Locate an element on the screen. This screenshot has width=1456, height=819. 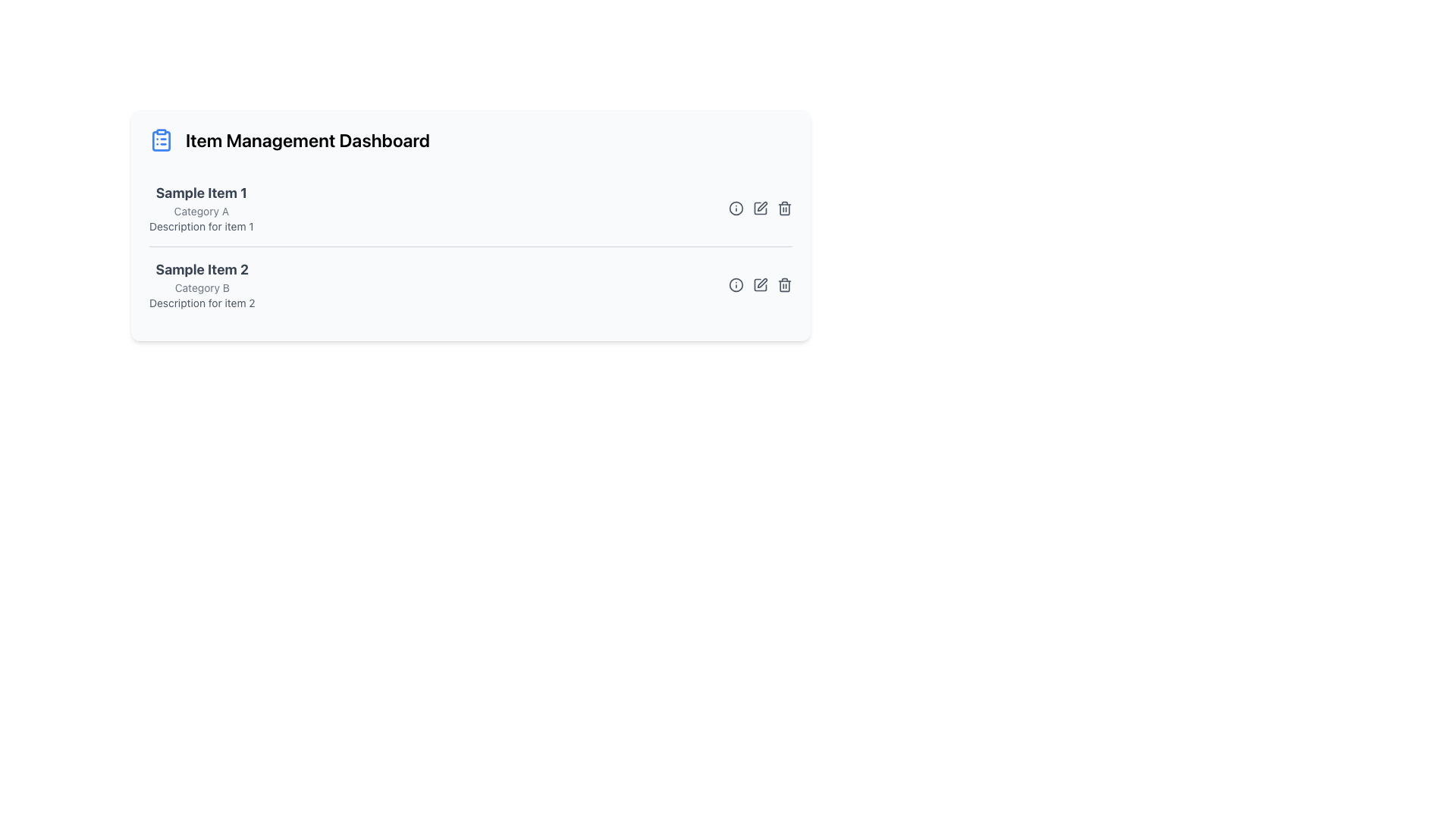
the static label text displaying 'Category A', which is located below the title 'Sample Item 1' and above the description 'Description for item 1' is located at coordinates (200, 211).